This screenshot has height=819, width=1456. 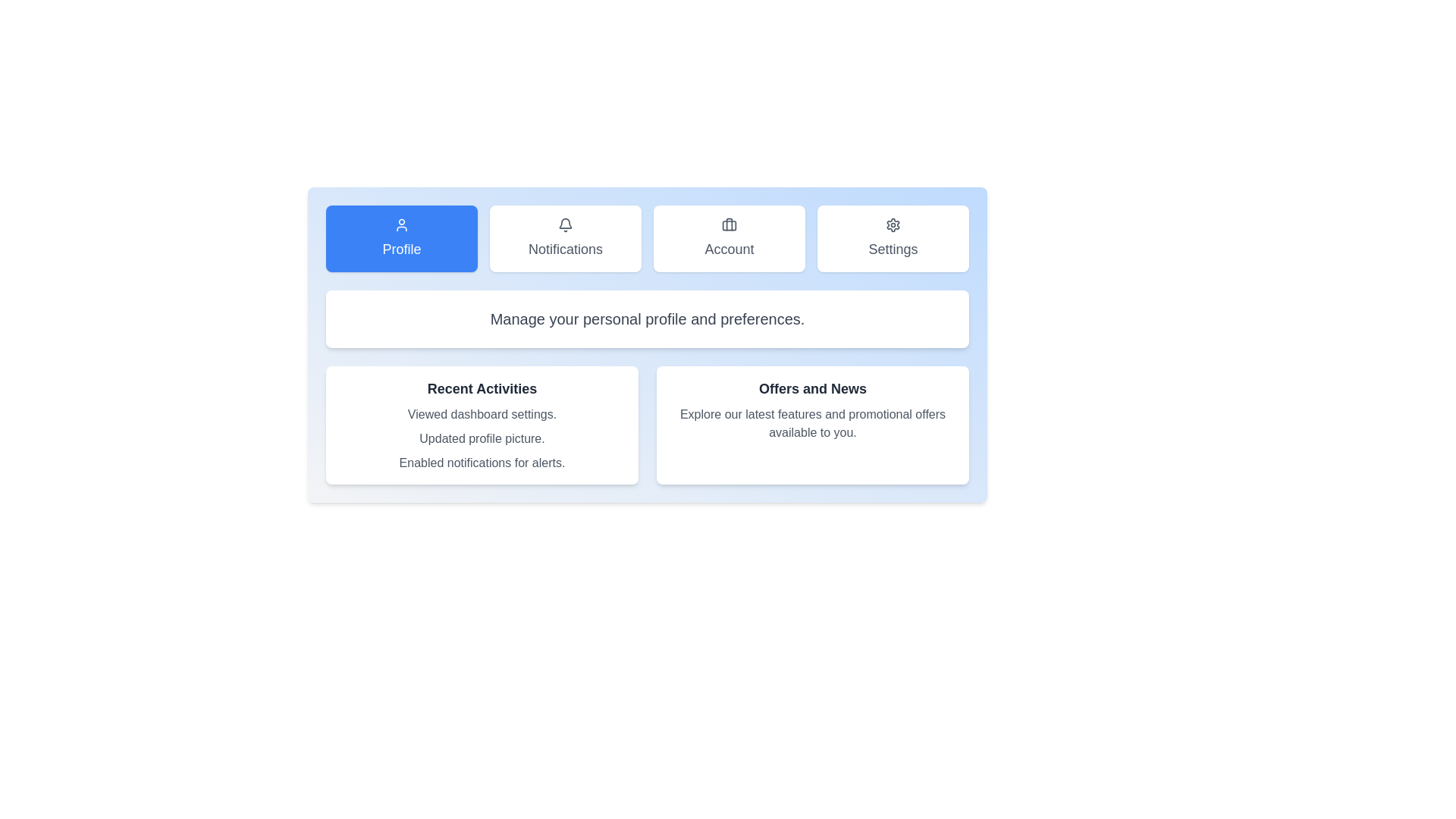 I want to click on the briefcase icon in the 'Account' section of the top navigation bar, which is the third button from the left, so click(x=729, y=225).